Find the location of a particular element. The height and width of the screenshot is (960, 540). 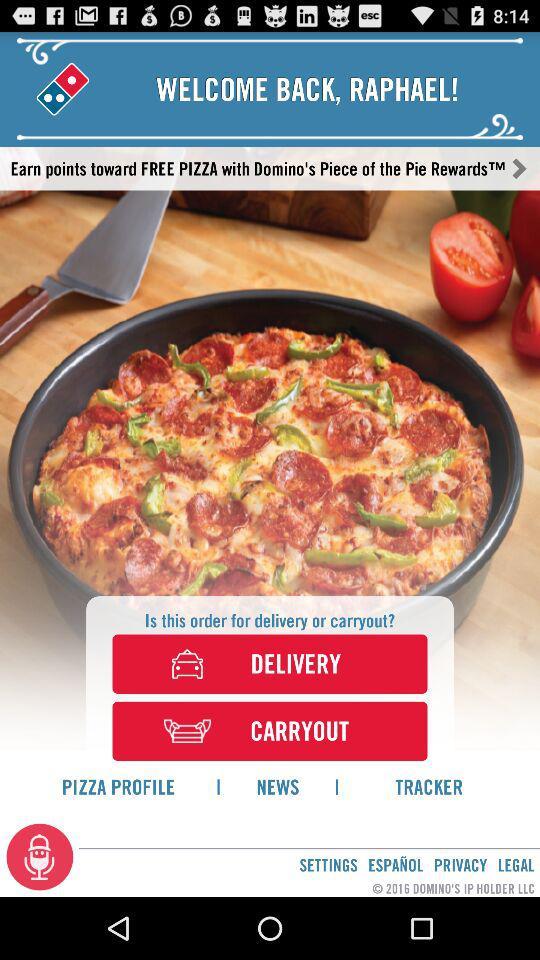

the item to the left of the | is located at coordinates (118, 786).